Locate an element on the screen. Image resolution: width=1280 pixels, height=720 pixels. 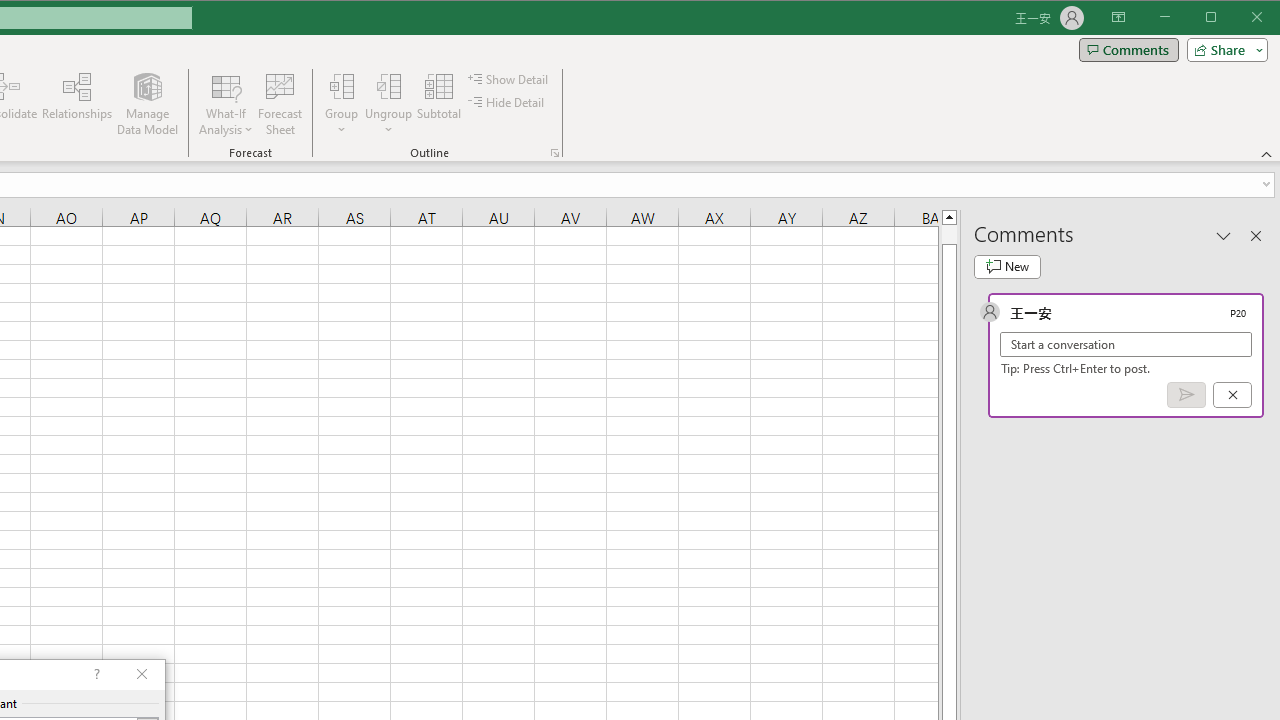
'Start a conversation' is located at coordinates (1126, 343).